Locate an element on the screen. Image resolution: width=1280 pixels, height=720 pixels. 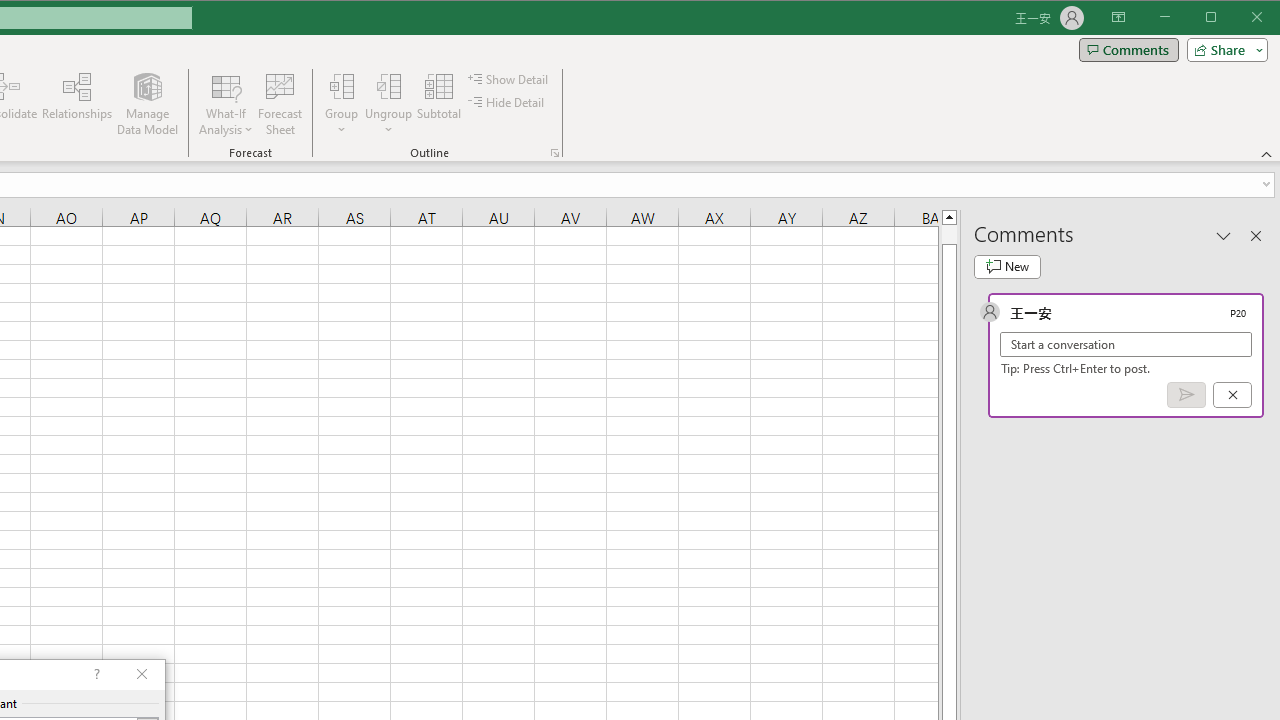
'Start a conversation' is located at coordinates (1126, 343).